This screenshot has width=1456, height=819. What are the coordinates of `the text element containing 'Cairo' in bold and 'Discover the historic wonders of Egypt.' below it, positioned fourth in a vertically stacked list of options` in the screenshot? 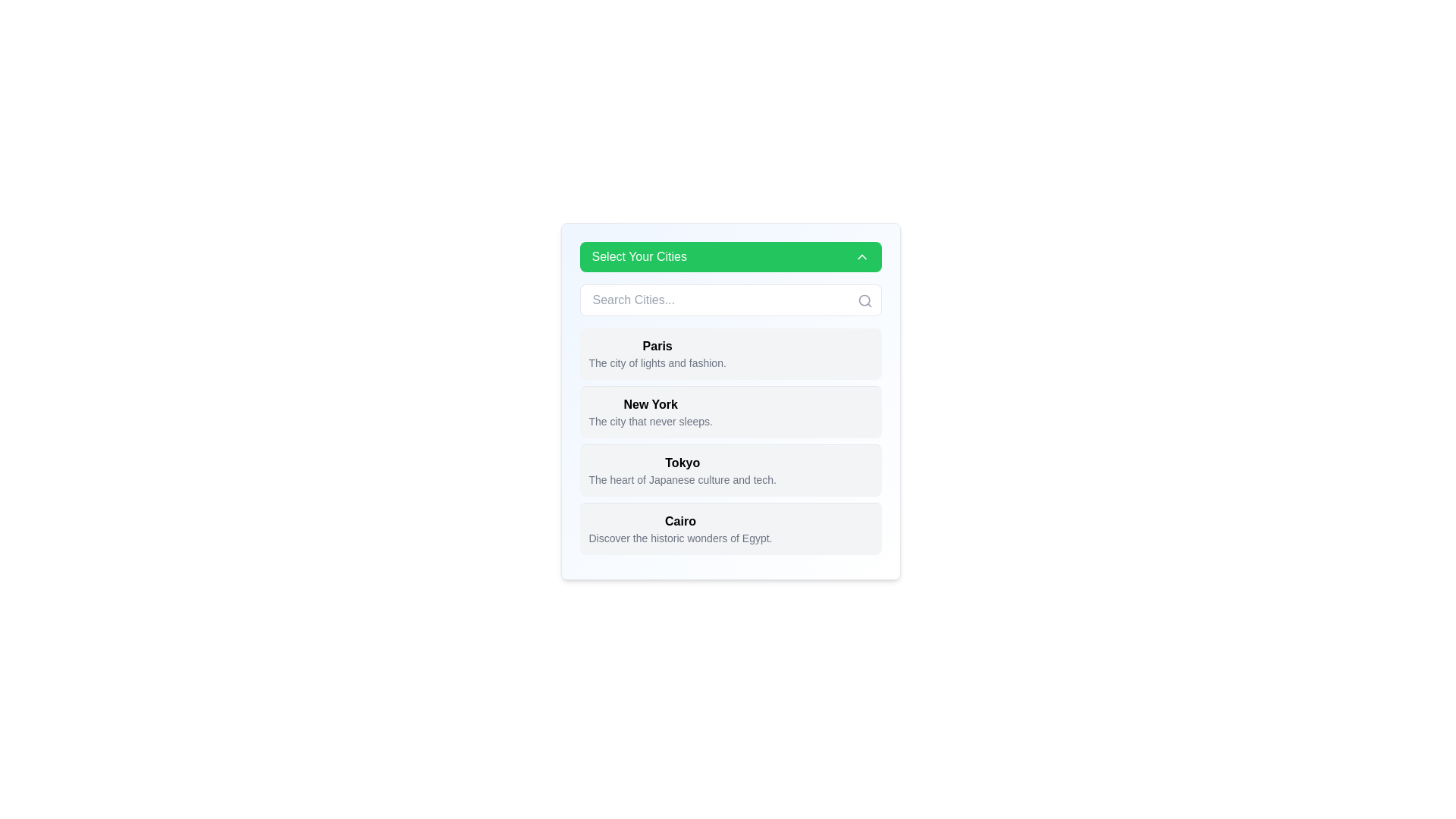 It's located at (679, 529).